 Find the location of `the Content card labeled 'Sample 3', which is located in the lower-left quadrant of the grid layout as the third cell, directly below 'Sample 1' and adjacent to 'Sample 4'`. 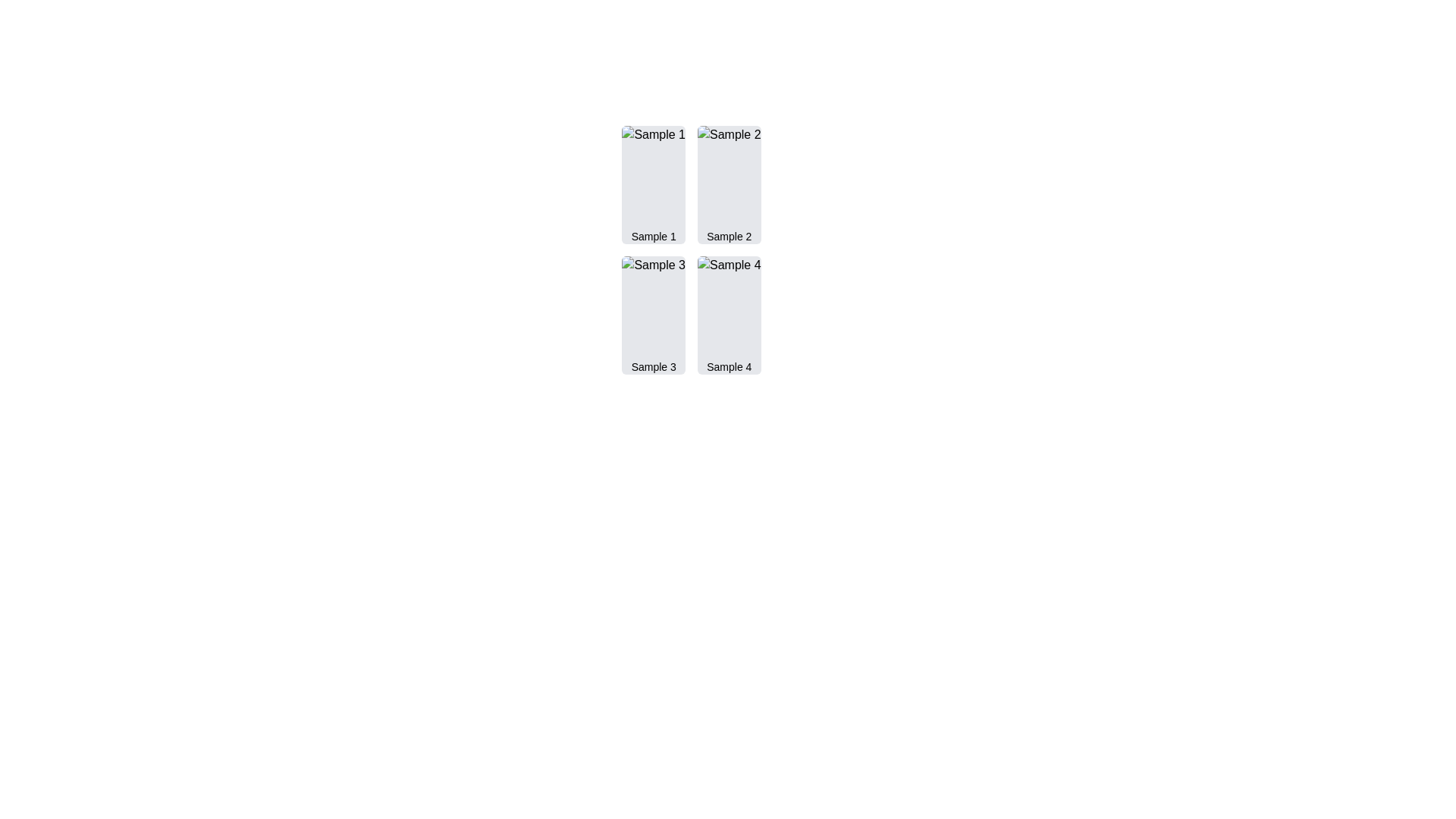

the Content card labeled 'Sample 3', which is located in the lower-left quadrant of the grid layout as the third cell, directly below 'Sample 1' and adjacent to 'Sample 4' is located at coordinates (654, 315).